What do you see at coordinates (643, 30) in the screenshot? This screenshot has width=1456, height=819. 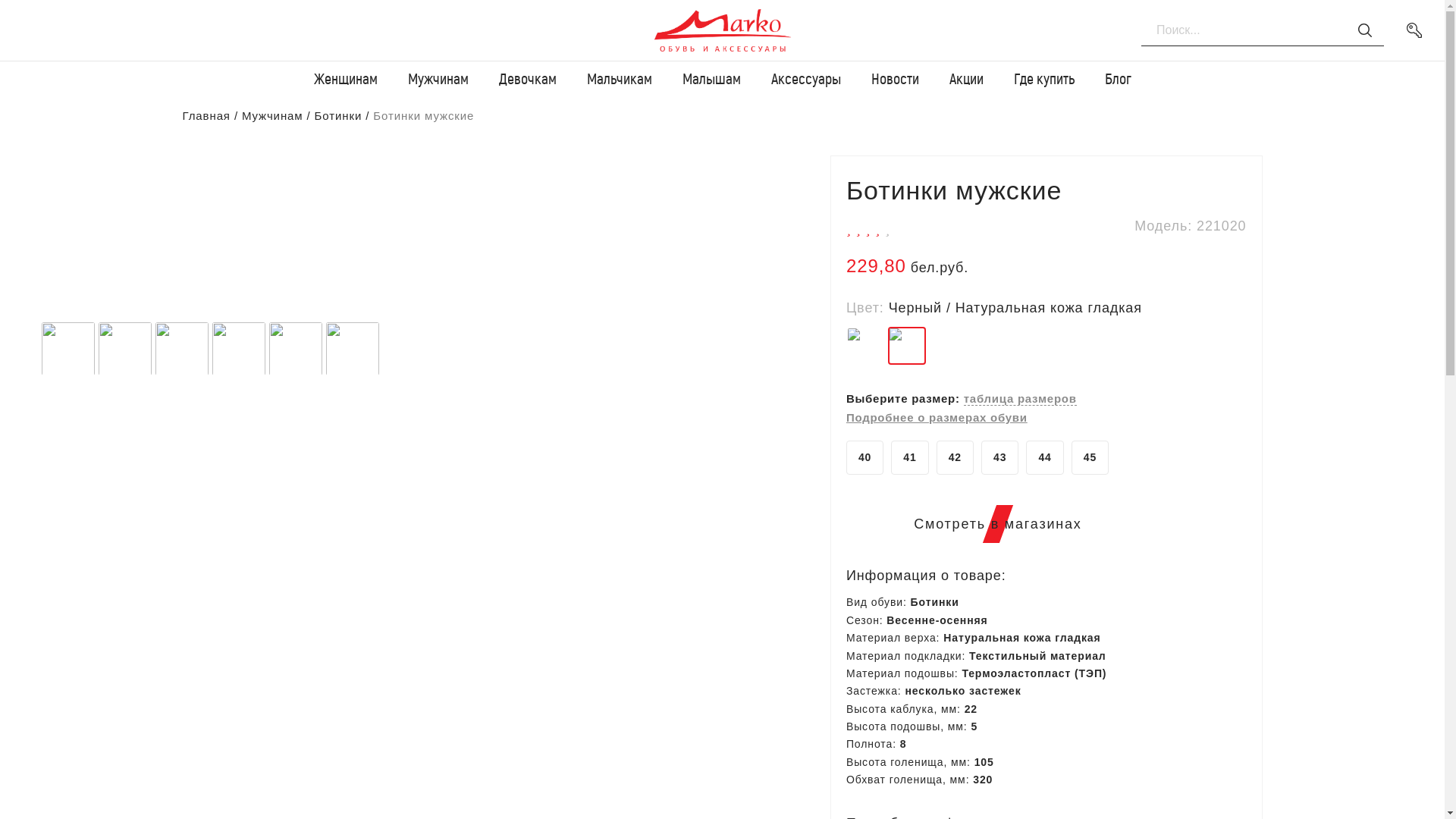 I see `'Marko'` at bounding box center [643, 30].